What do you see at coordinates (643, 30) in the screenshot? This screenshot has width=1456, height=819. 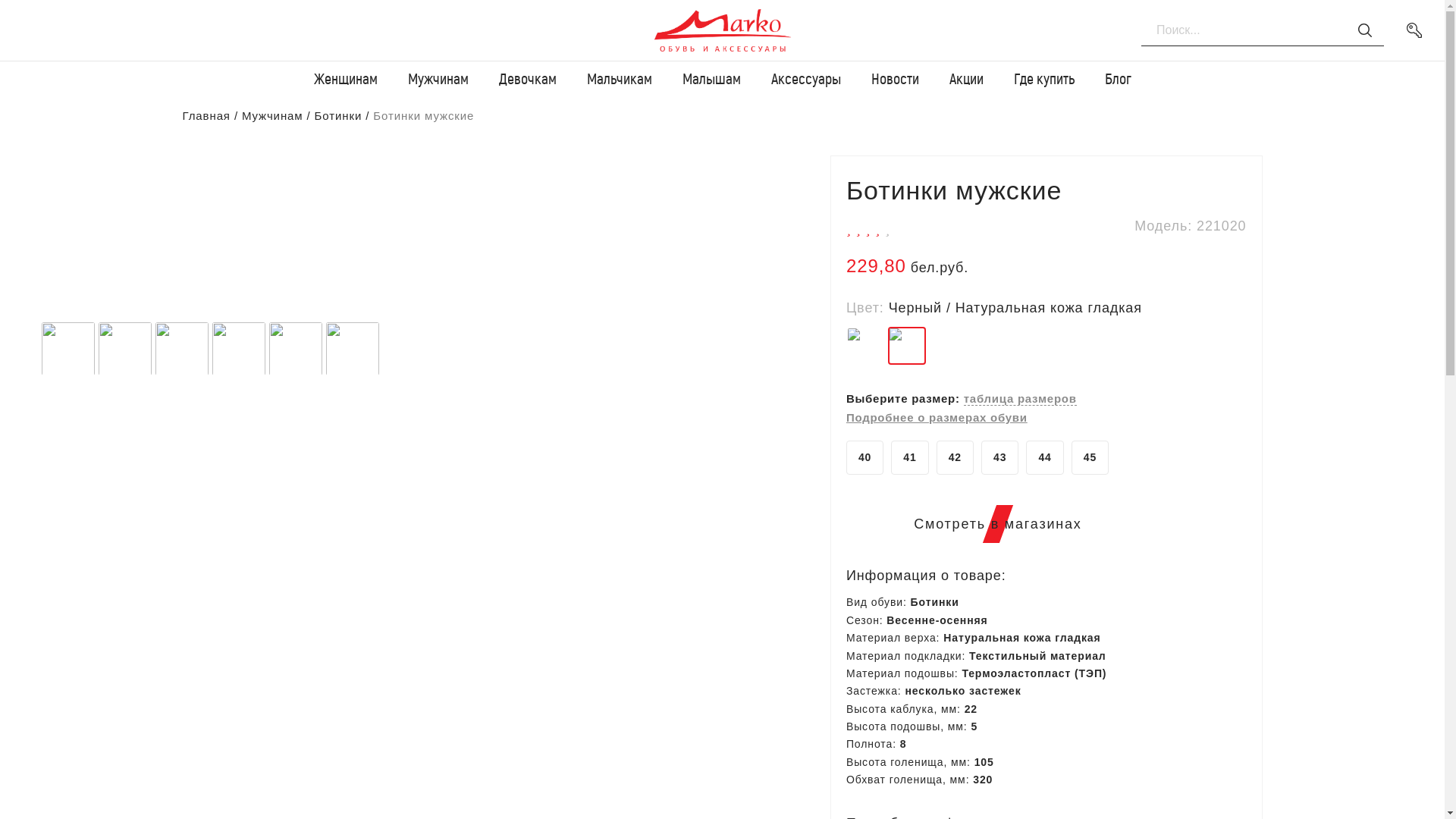 I see `'Marko'` at bounding box center [643, 30].